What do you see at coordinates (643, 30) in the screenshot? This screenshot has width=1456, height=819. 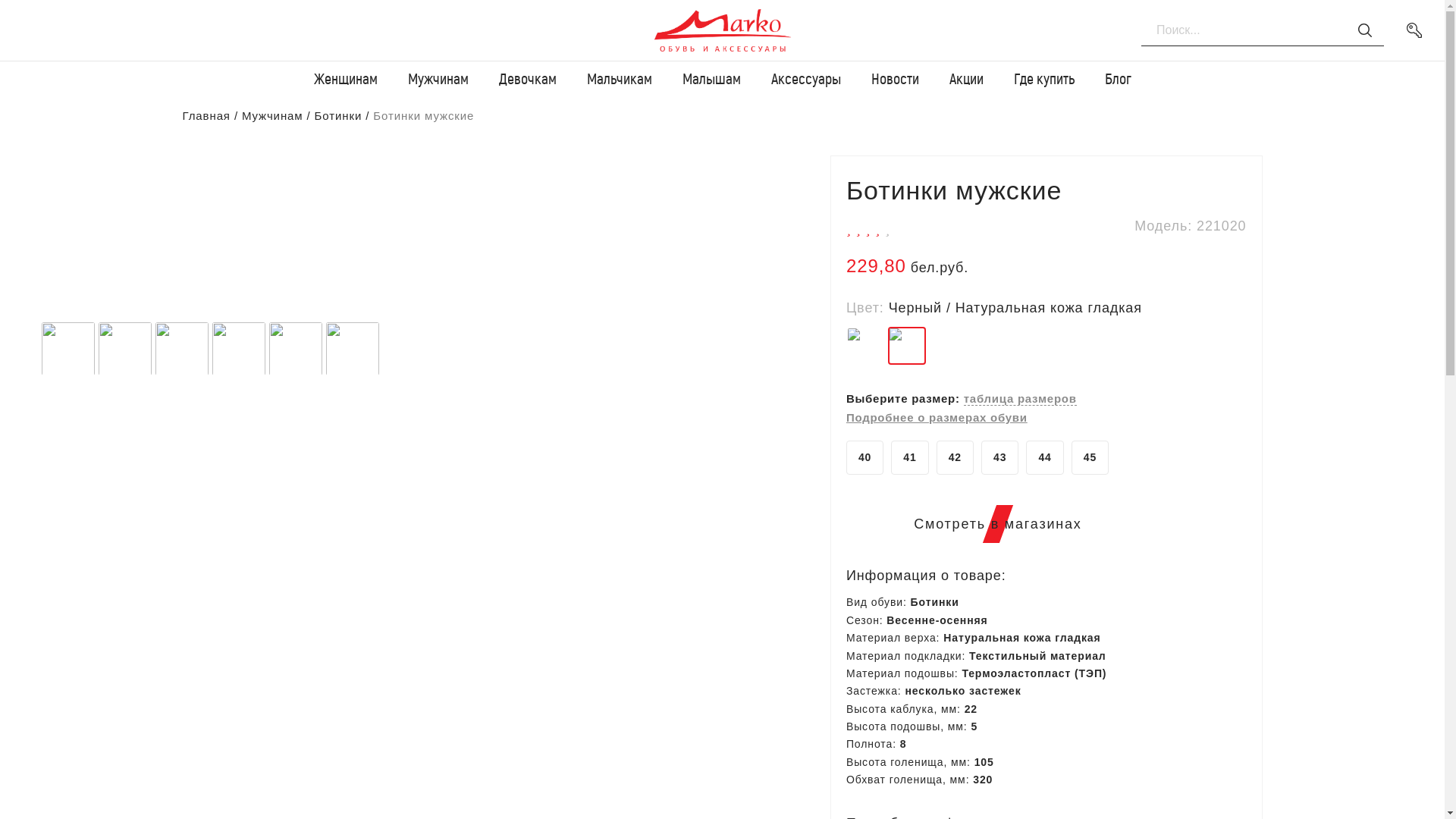 I see `'Marko'` at bounding box center [643, 30].